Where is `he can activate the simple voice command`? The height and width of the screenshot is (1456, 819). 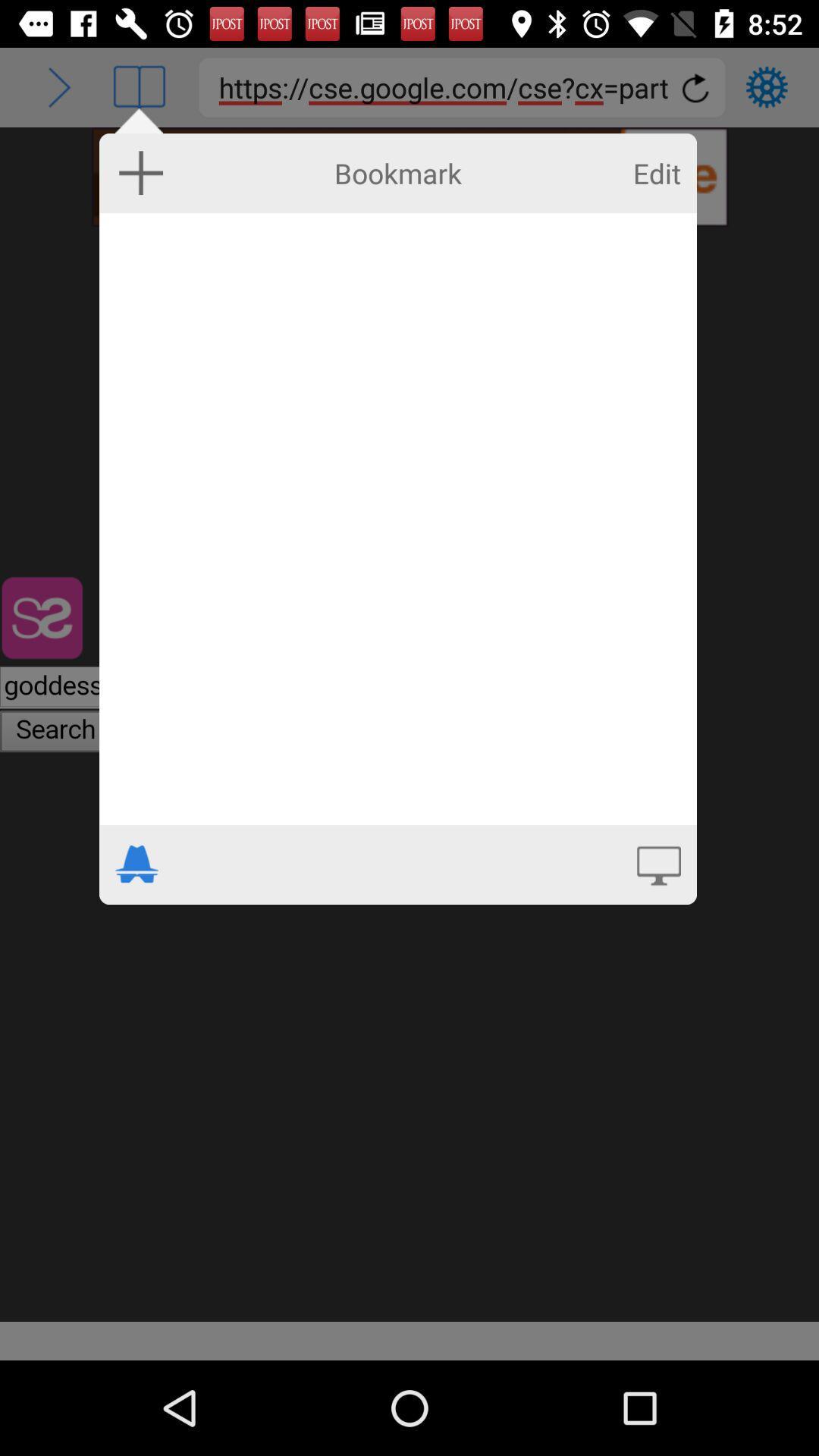
he can activate the simple voice command is located at coordinates (657, 864).